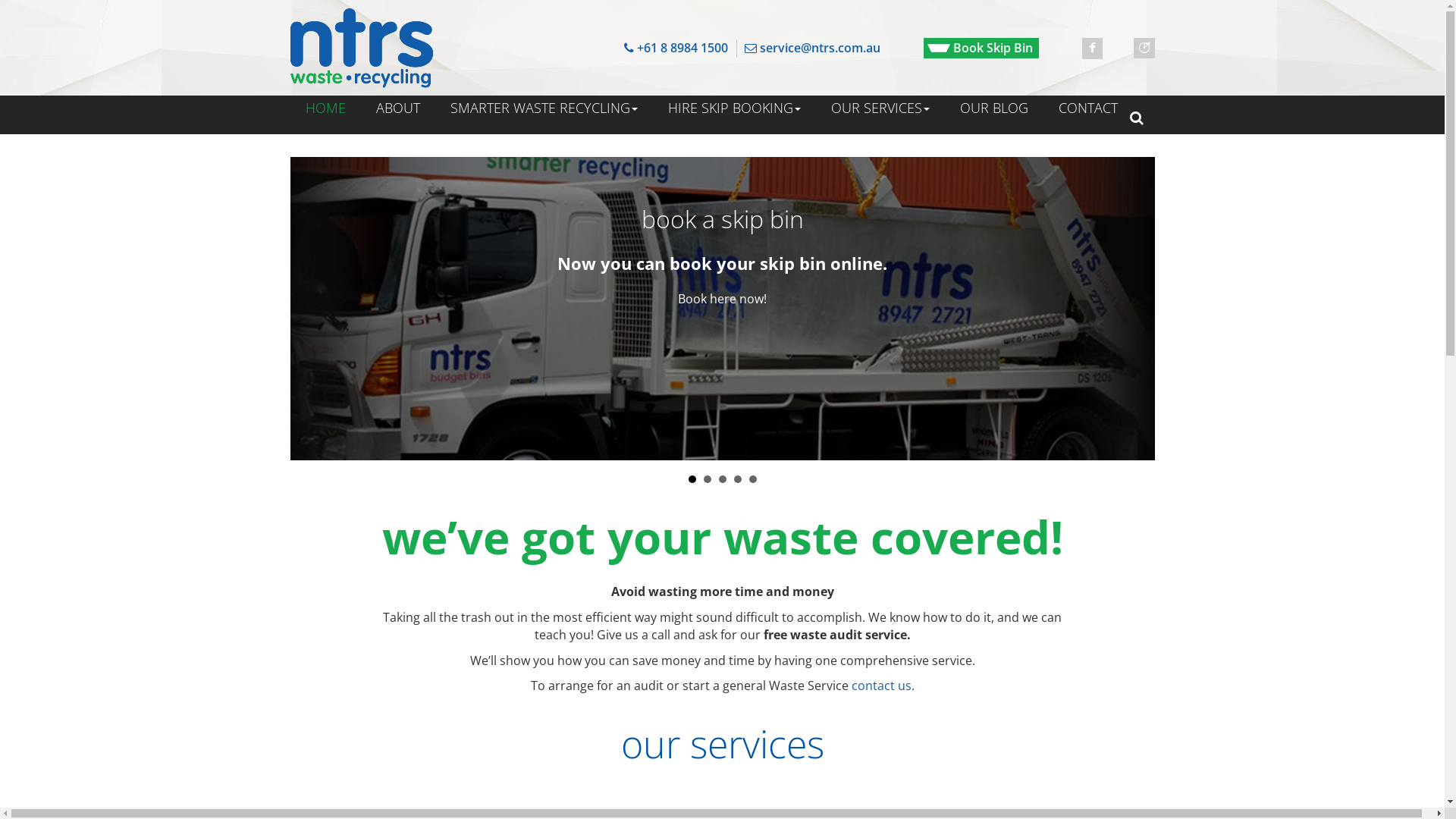 This screenshot has height=819, width=1456. What do you see at coordinates (993, 107) in the screenshot?
I see `'OUR BLOG'` at bounding box center [993, 107].